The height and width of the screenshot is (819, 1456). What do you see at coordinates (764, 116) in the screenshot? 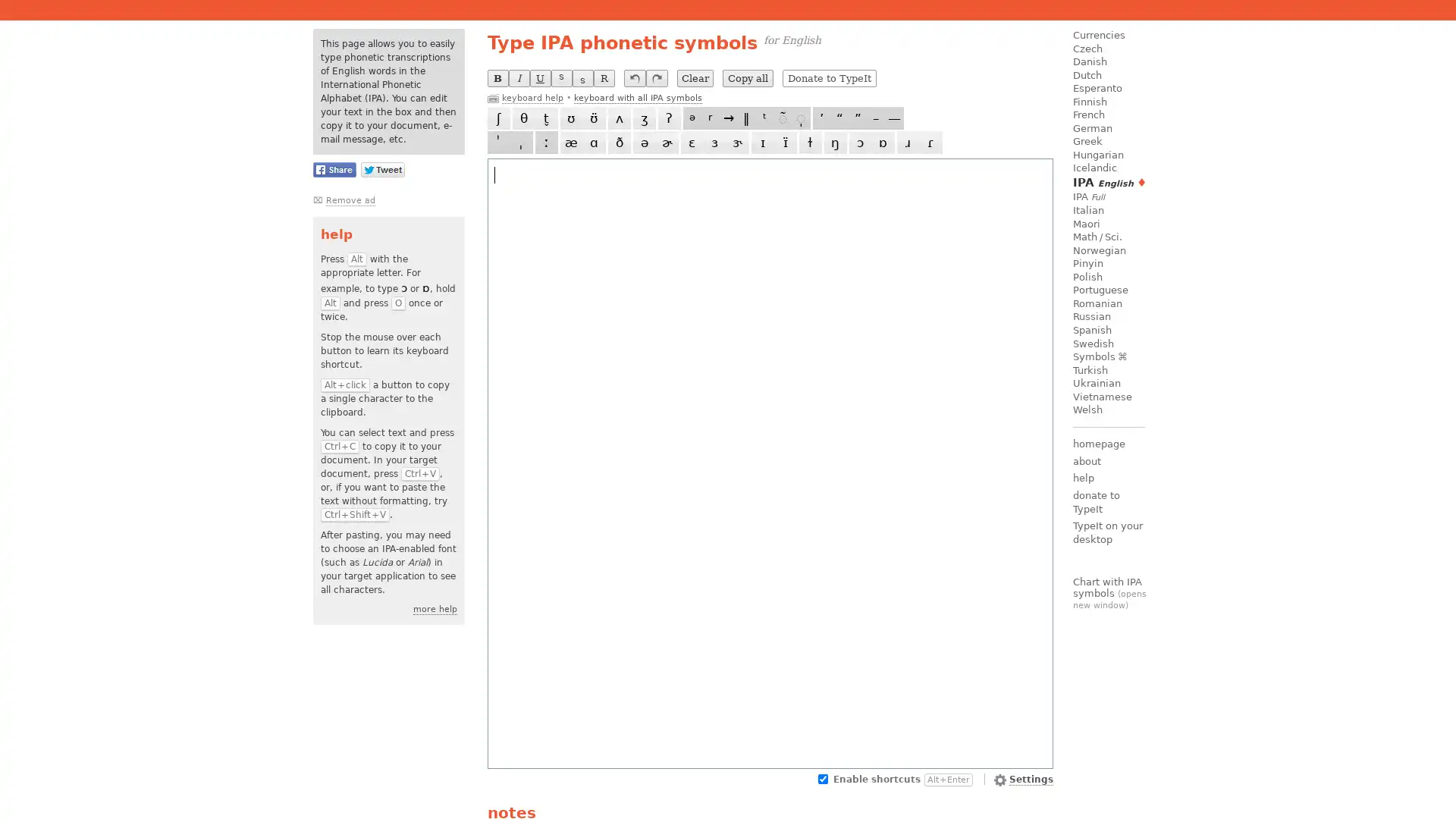
I see `t` at bounding box center [764, 116].